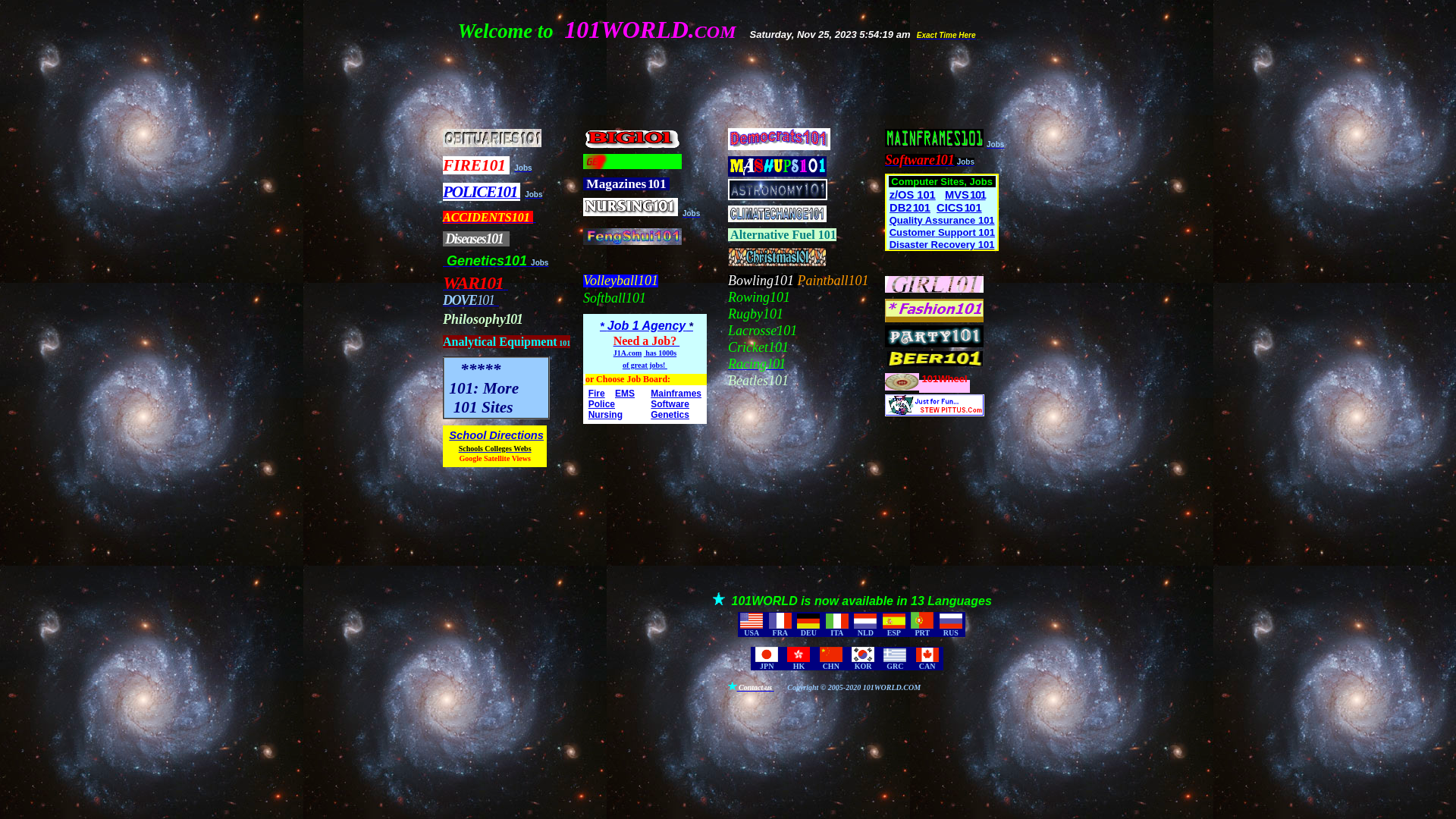 The height and width of the screenshot is (819, 1456). What do you see at coordinates (601, 403) in the screenshot?
I see `'Police'` at bounding box center [601, 403].